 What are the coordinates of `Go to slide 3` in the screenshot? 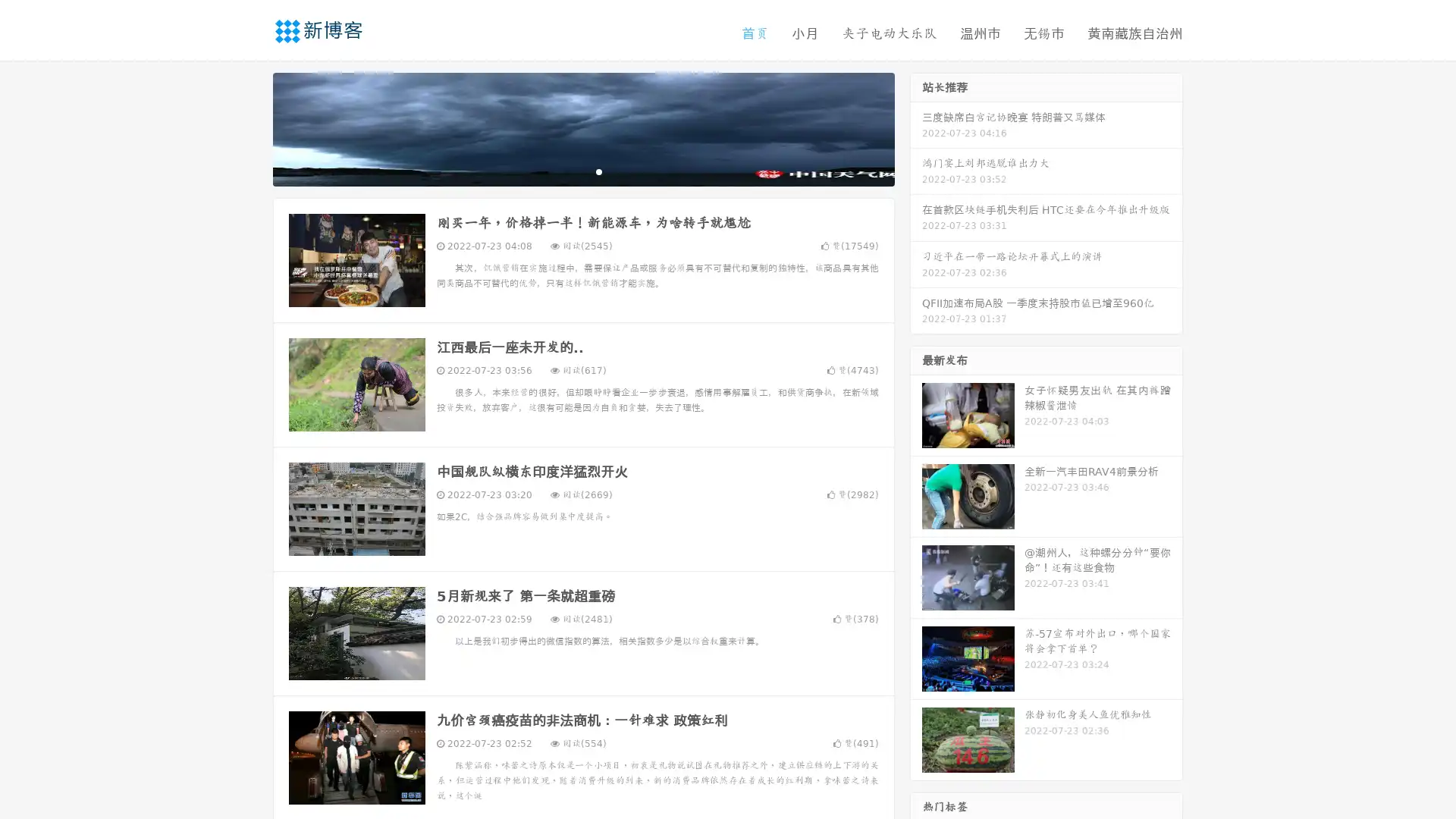 It's located at (598, 171).